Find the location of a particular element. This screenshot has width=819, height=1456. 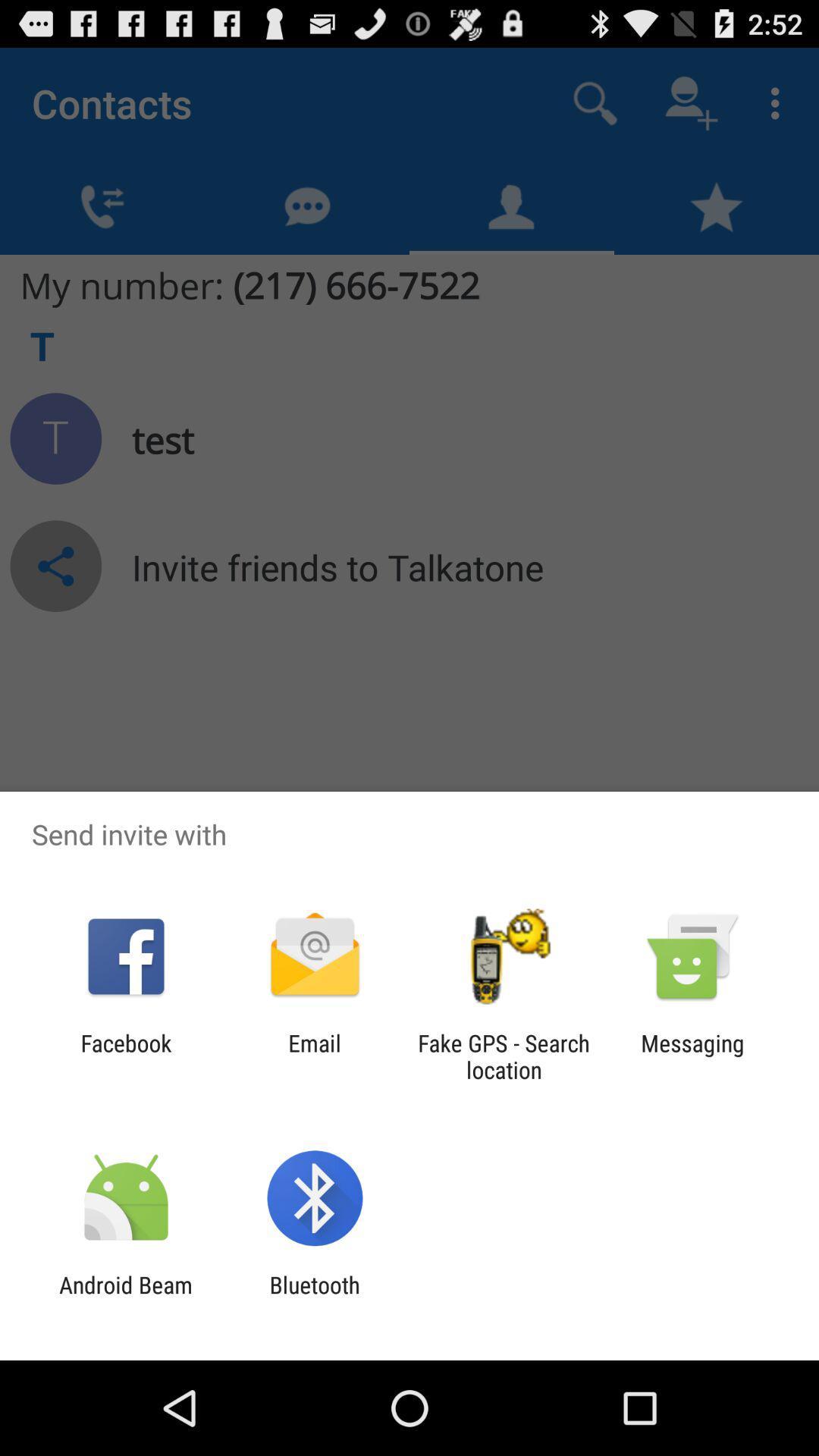

app to the left of bluetooth is located at coordinates (125, 1298).